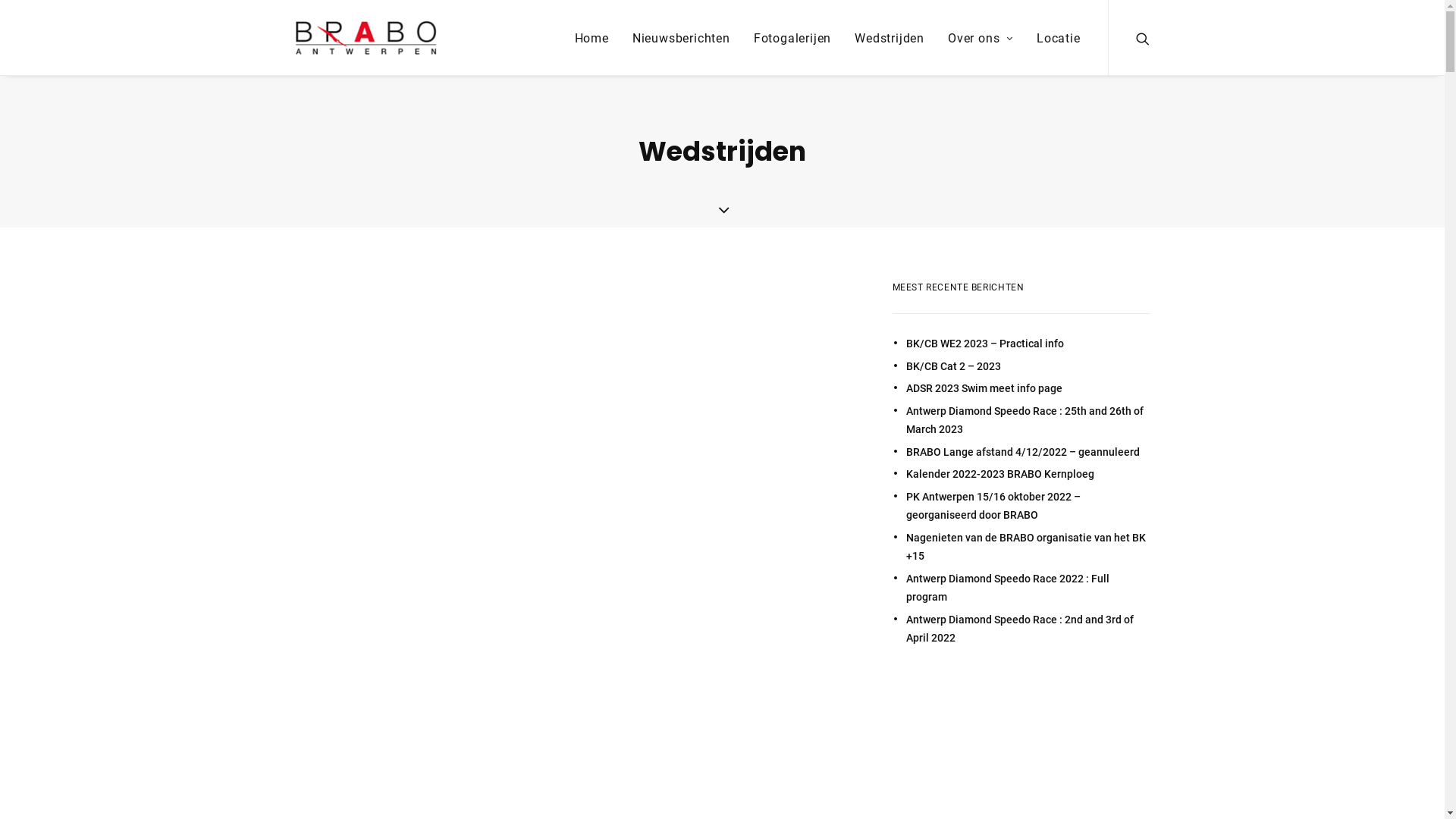 The width and height of the screenshot is (1456, 819). I want to click on 'Fotogalerijen', so click(792, 36).